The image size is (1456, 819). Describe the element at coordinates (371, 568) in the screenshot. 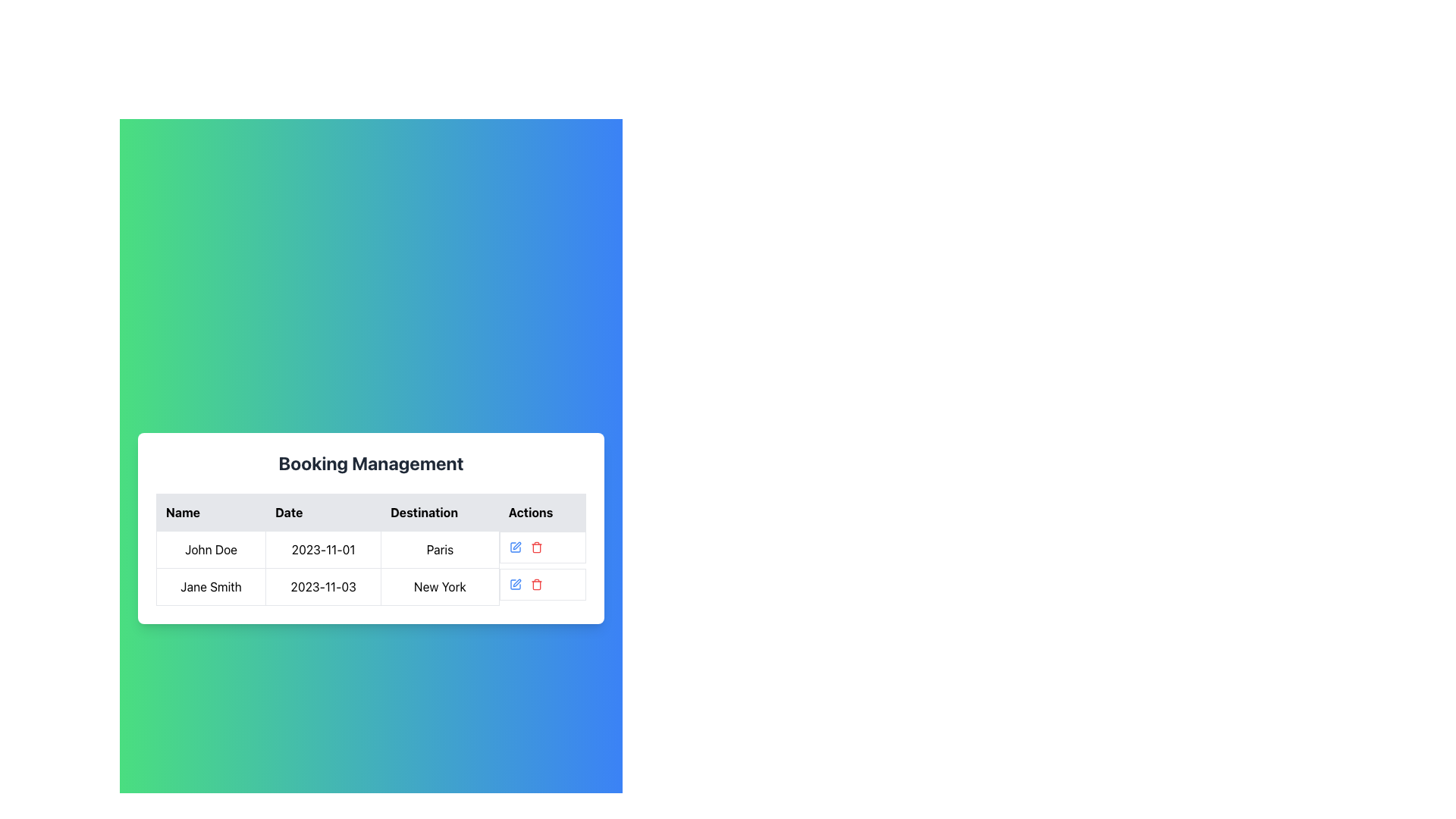

I see `the second row of the data grid containing 'Jane Smith', '2023-11-03', 'New York', with action icons for editing and deleting` at that location.